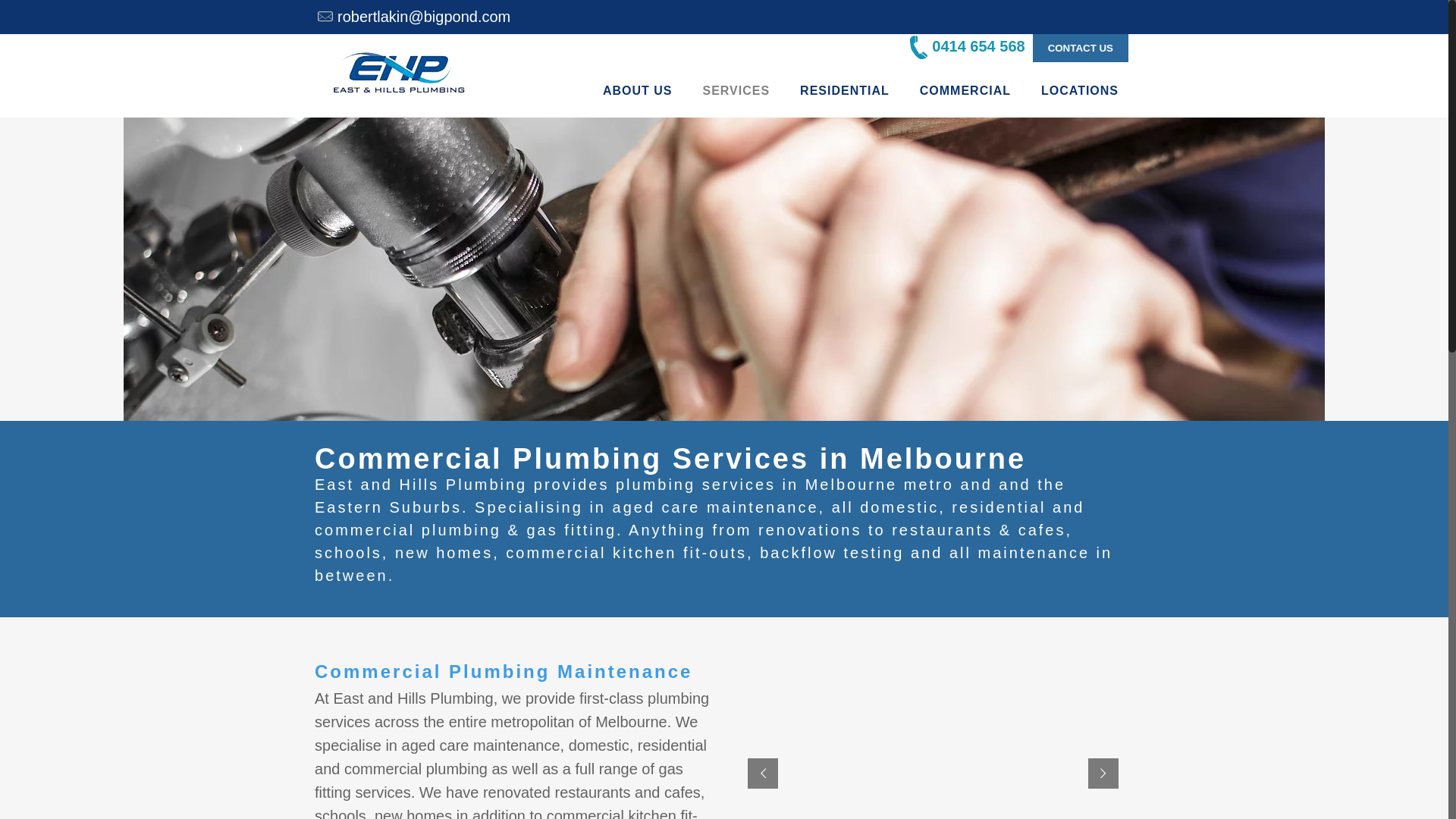 The height and width of the screenshot is (819, 1456). I want to click on 'robertlakin@bigpond.com', so click(337, 17).